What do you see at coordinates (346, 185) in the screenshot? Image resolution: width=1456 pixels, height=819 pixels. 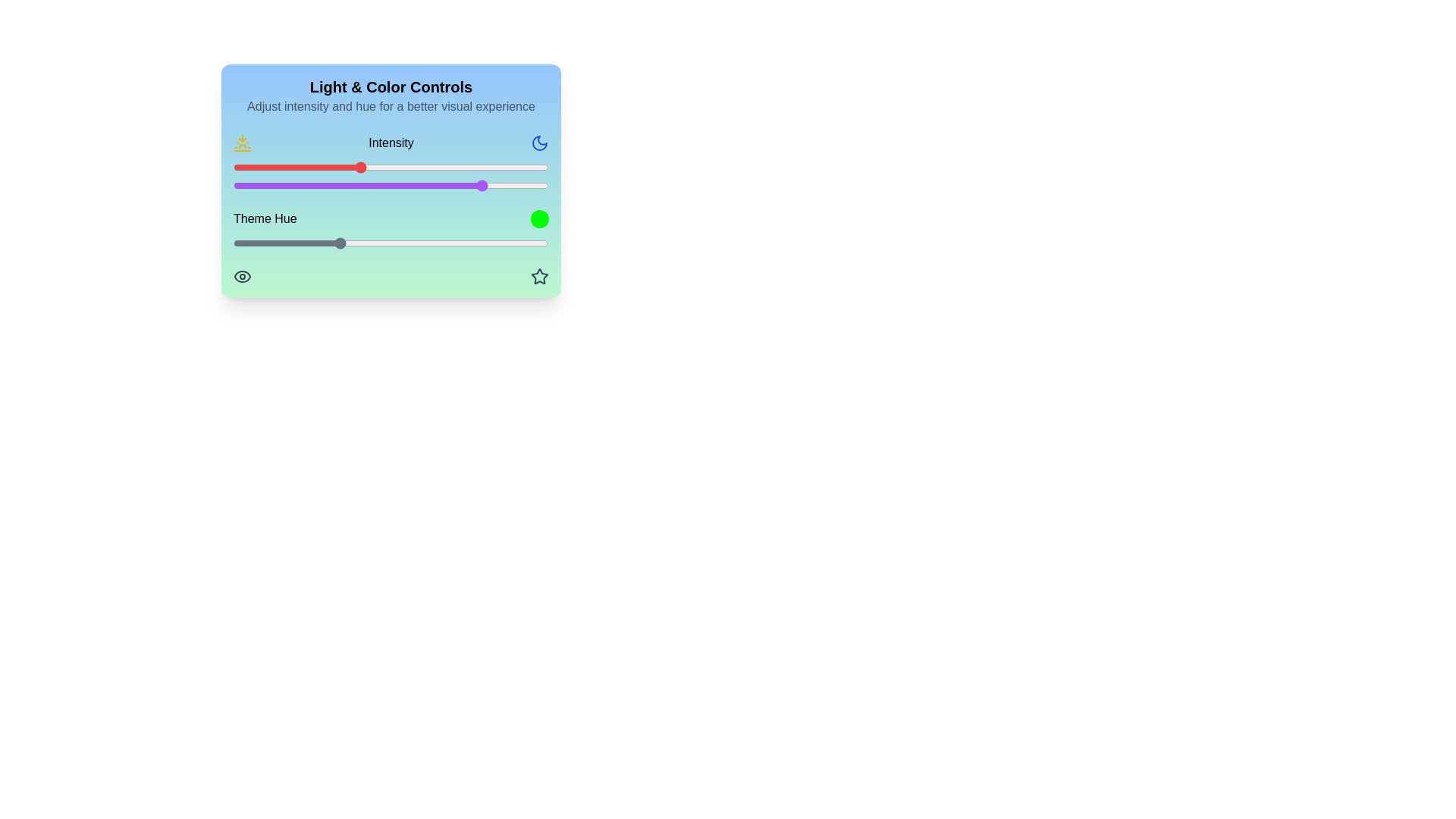 I see `the slider value` at bounding box center [346, 185].